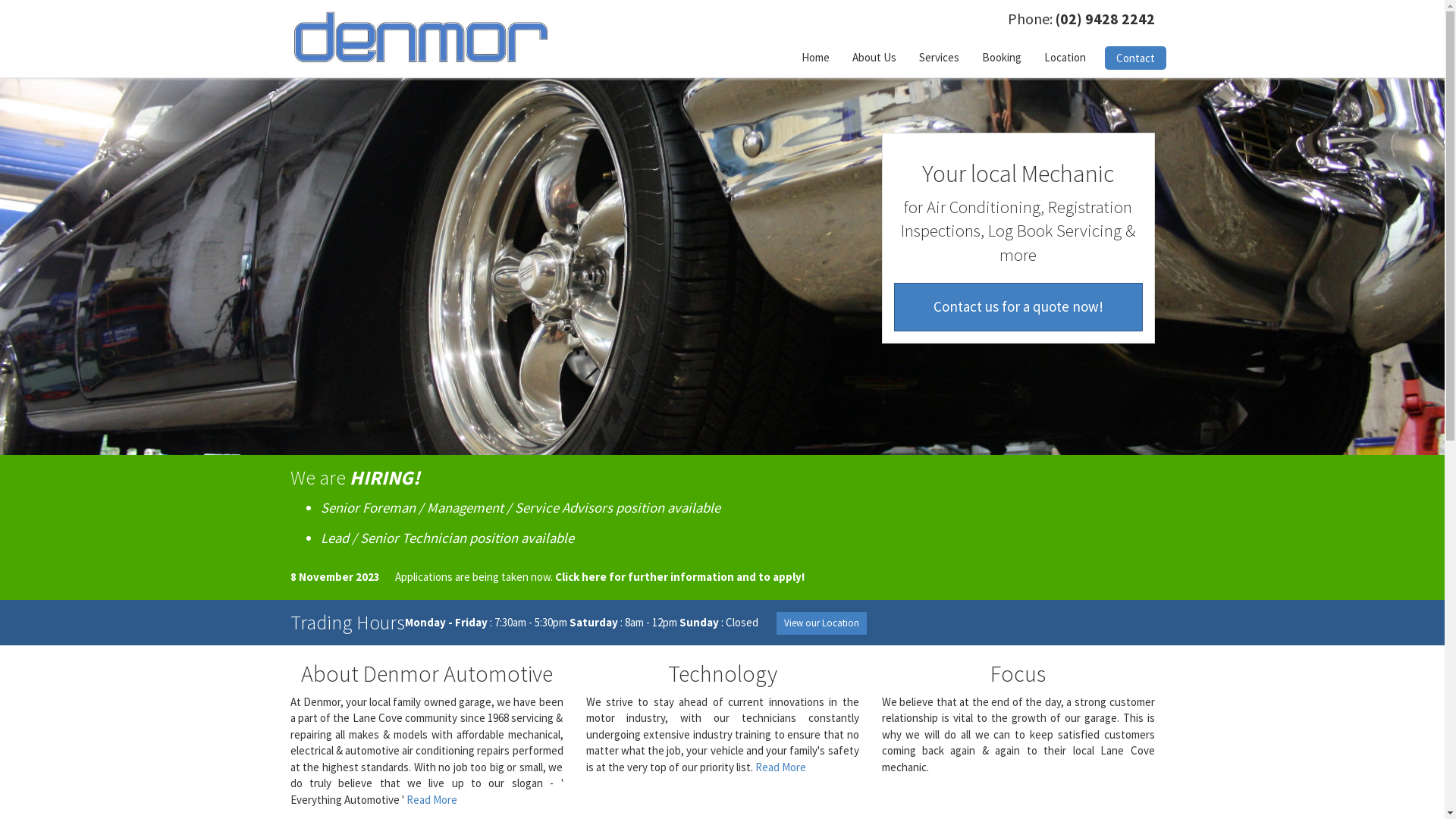 This screenshot has height=819, width=1456. What do you see at coordinates (420, 35) in the screenshot?
I see `'Denmor'` at bounding box center [420, 35].